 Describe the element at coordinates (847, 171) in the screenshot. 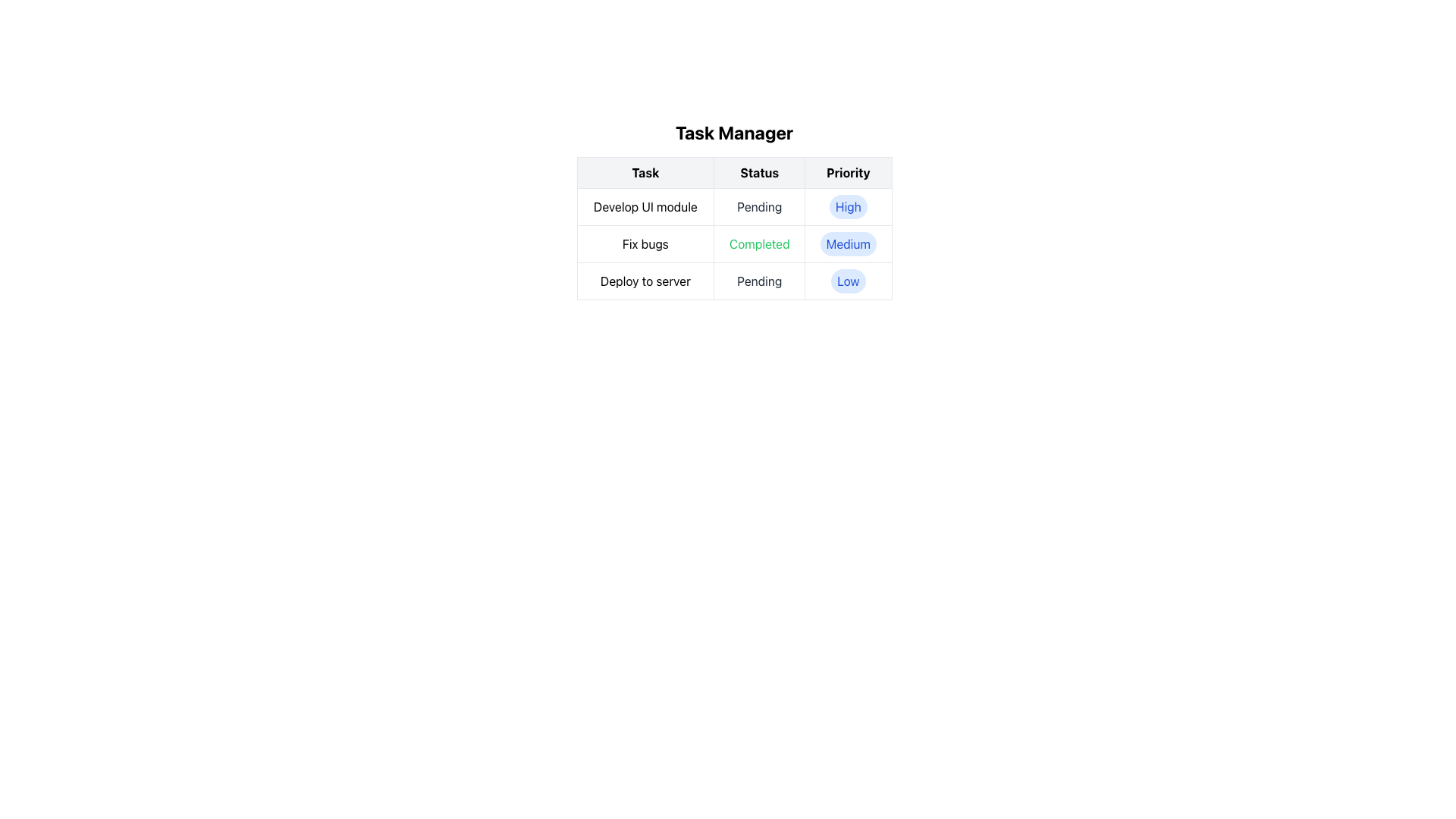

I see `the 'Priority' text label, which is the third column header in a table, displaying bold black text on a light gray background` at that location.